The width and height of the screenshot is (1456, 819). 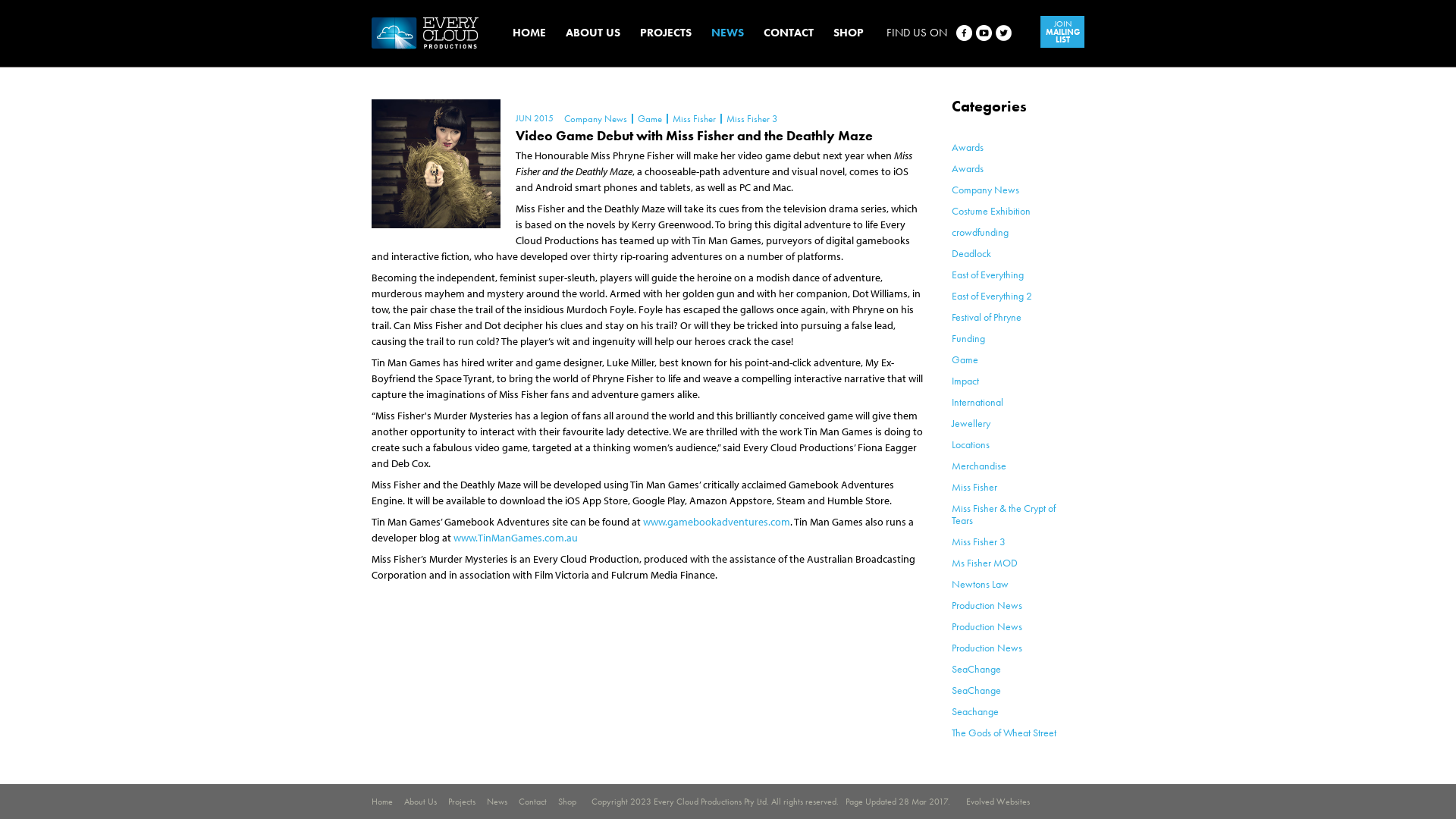 What do you see at coordinates (519, 800) in the screenshot?
I see `'Contact'` at bounding box center [519, 800].